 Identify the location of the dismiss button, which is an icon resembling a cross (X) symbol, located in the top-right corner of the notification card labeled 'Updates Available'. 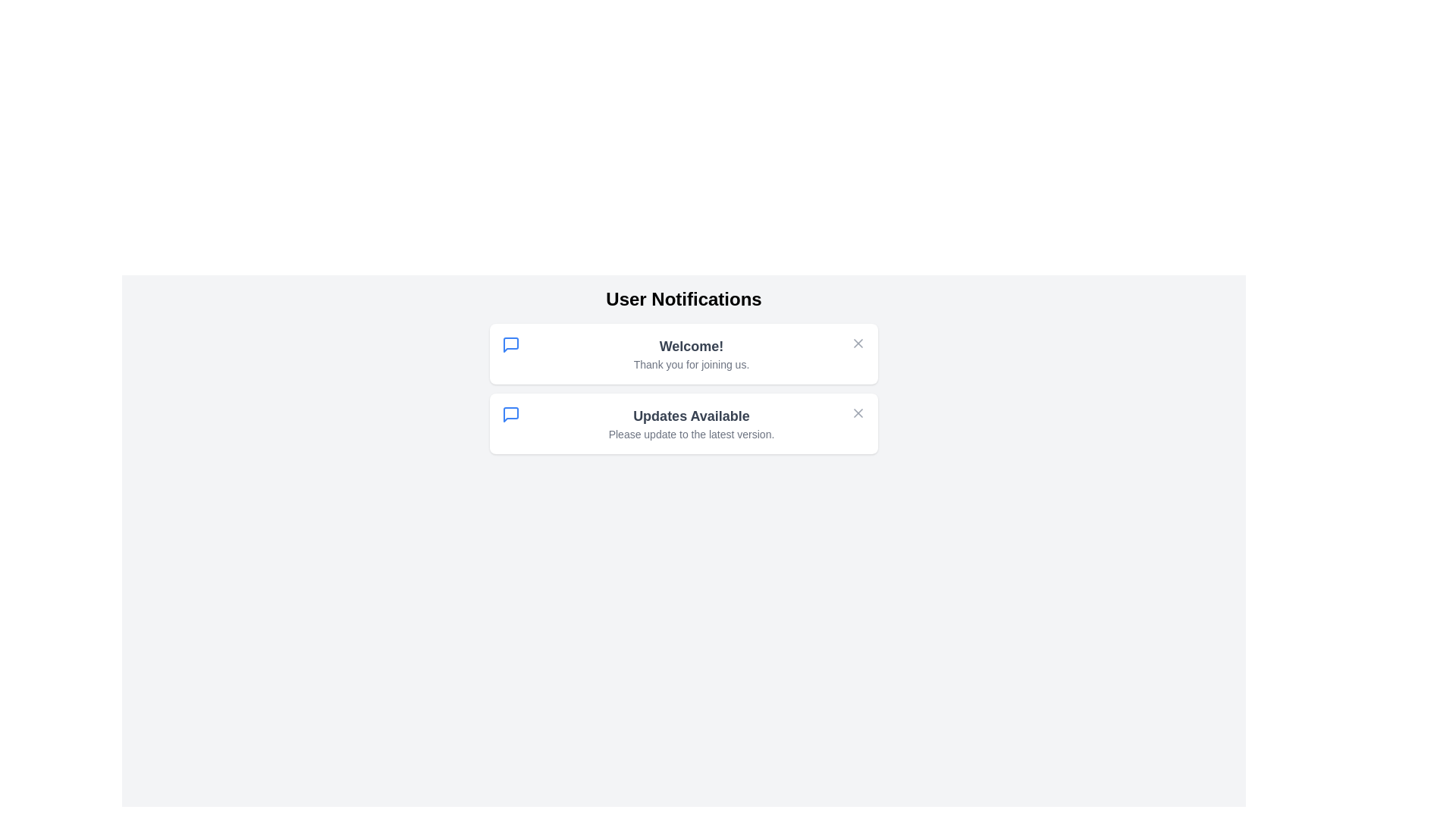
(858, 413).